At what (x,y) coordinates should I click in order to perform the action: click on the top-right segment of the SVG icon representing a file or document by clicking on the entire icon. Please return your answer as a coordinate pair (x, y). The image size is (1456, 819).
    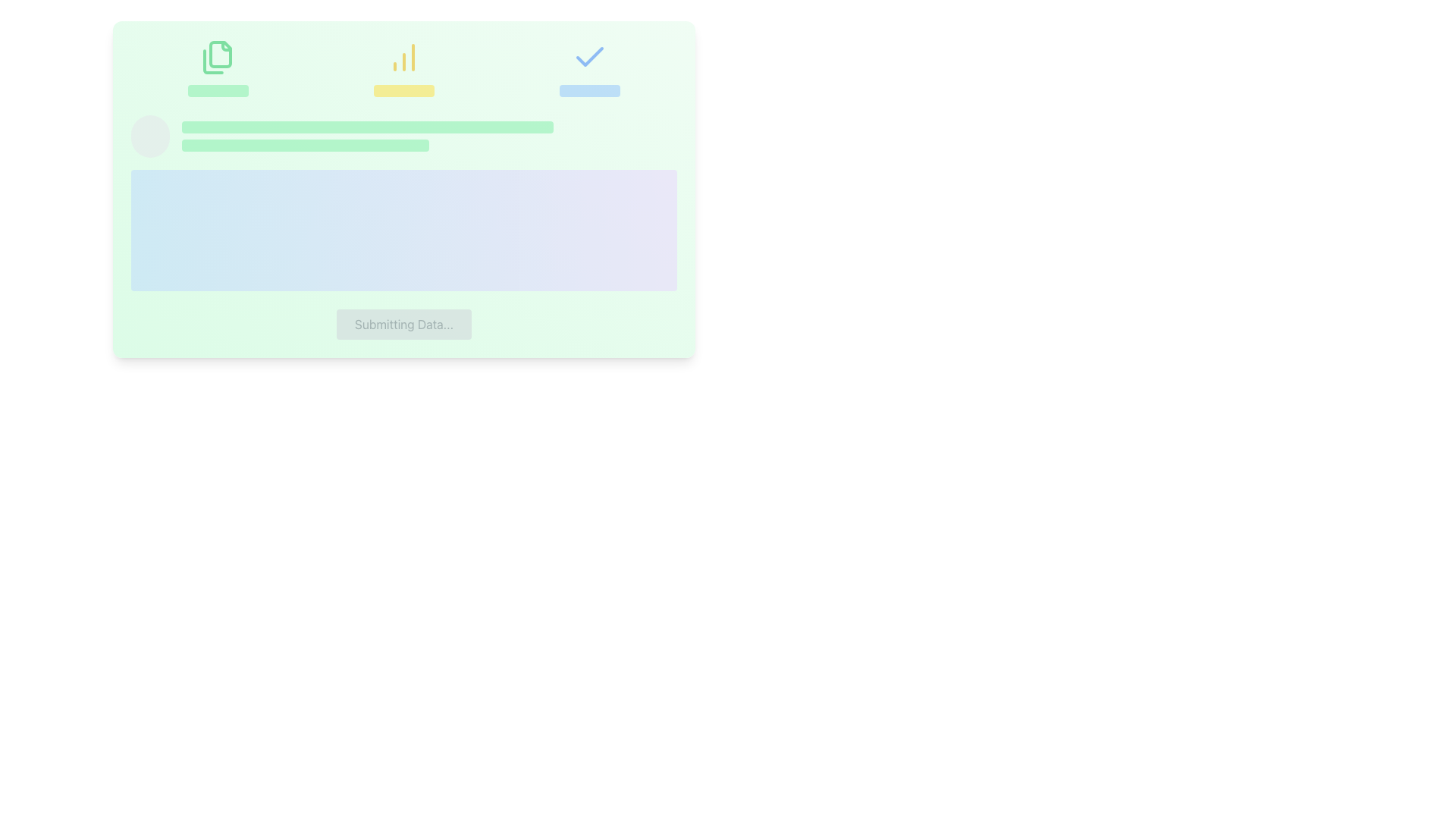
    Looking at the image, I should click on (225, 45).